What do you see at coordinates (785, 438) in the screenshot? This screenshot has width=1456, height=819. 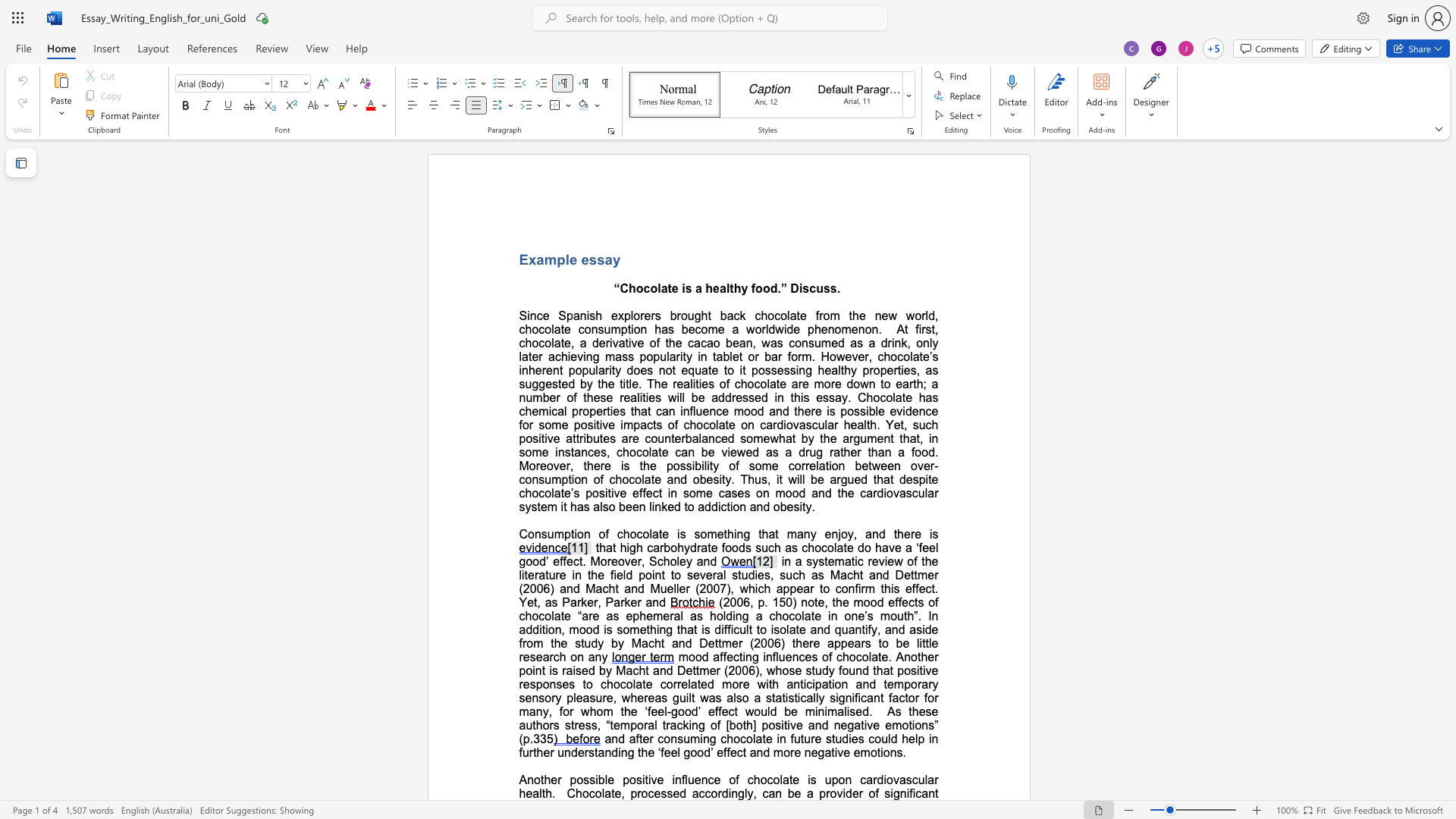 I see `the space between the continuous character "h" and "a" in the text` at bounding box center [785, 438].